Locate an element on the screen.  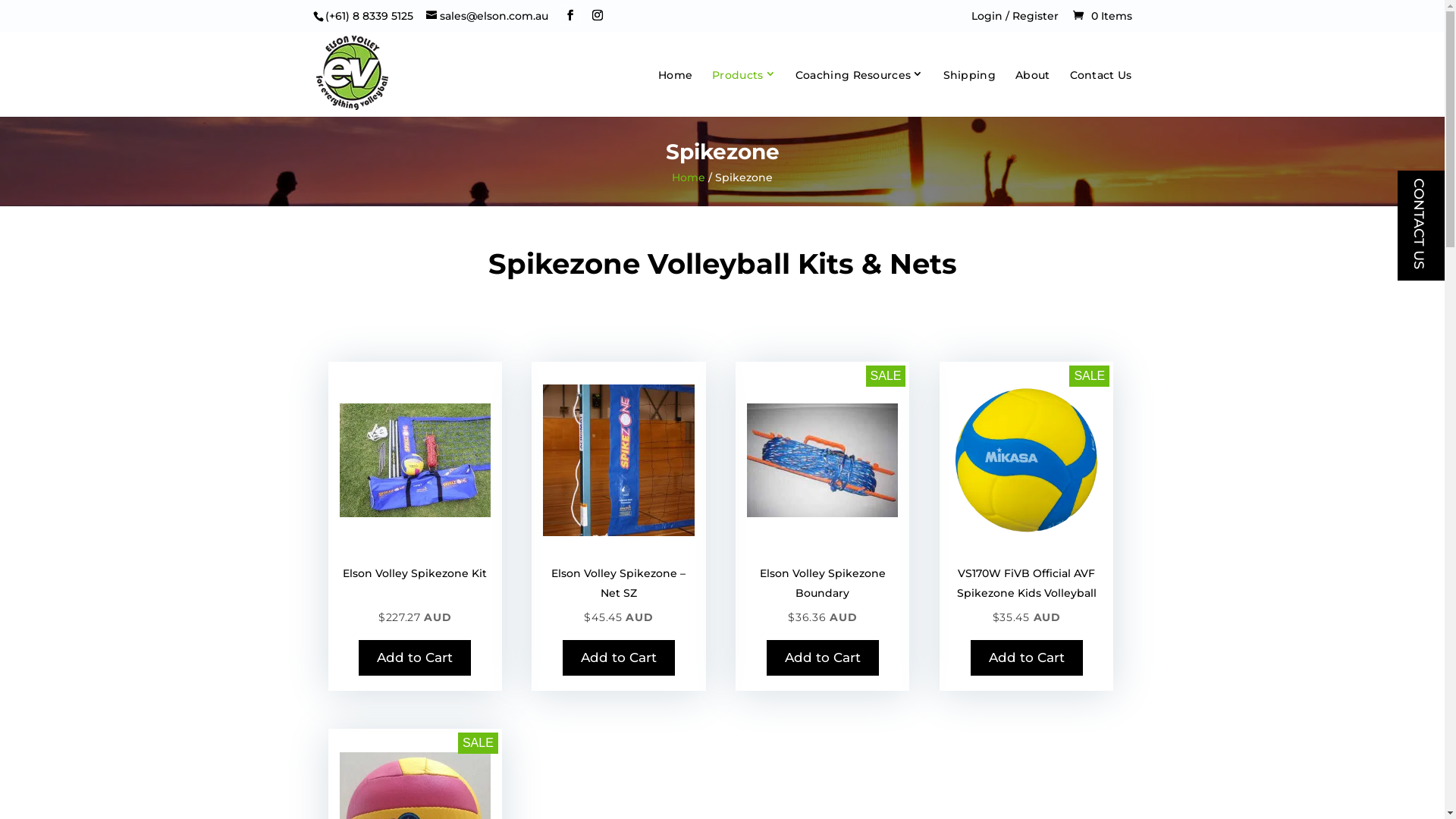
'(+61) 8 8339 5125' is located at coordinates (323, 15).